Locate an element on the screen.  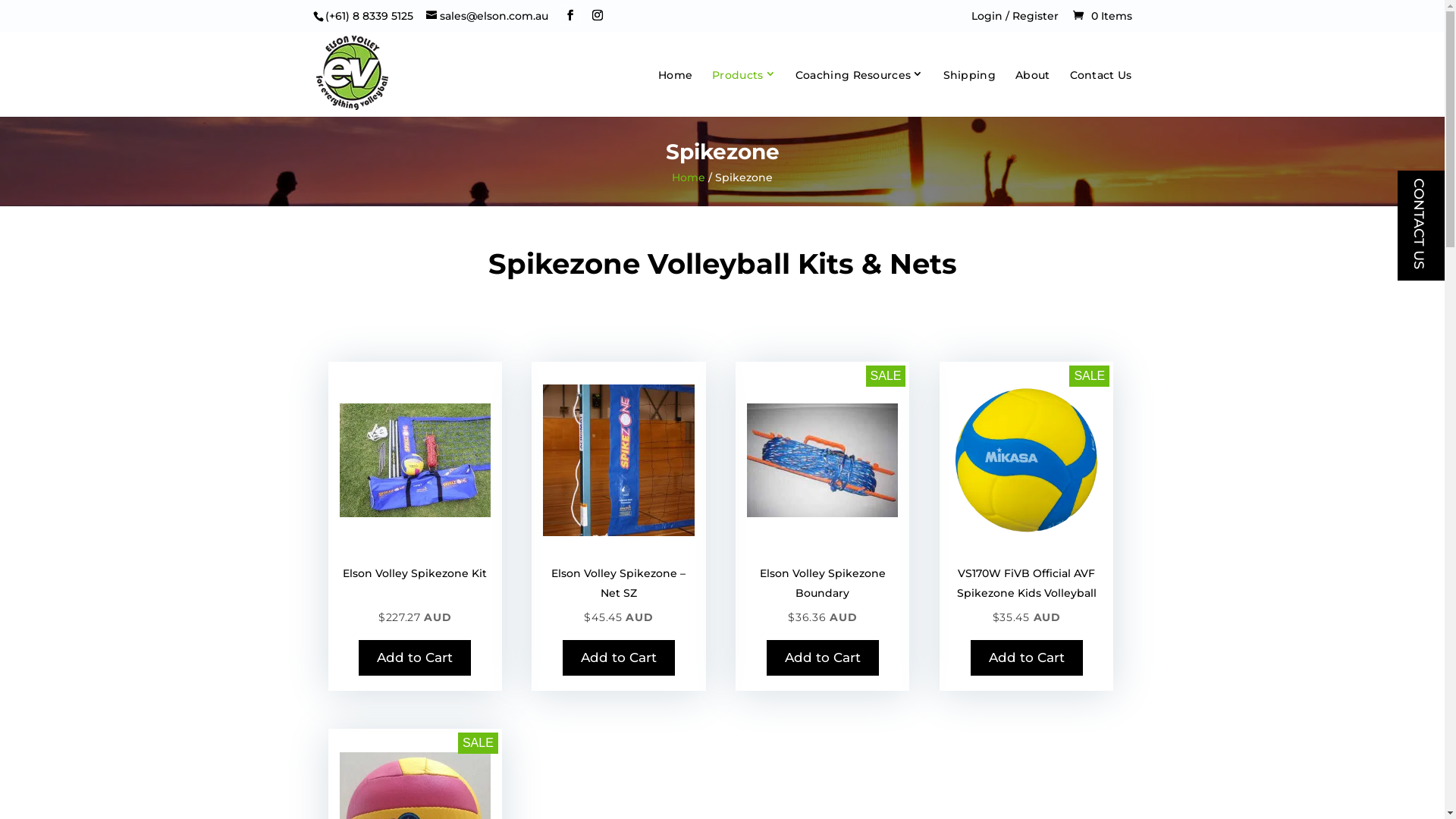
'(+61) 8 8339 5125' is located at coordinates (323, 15).